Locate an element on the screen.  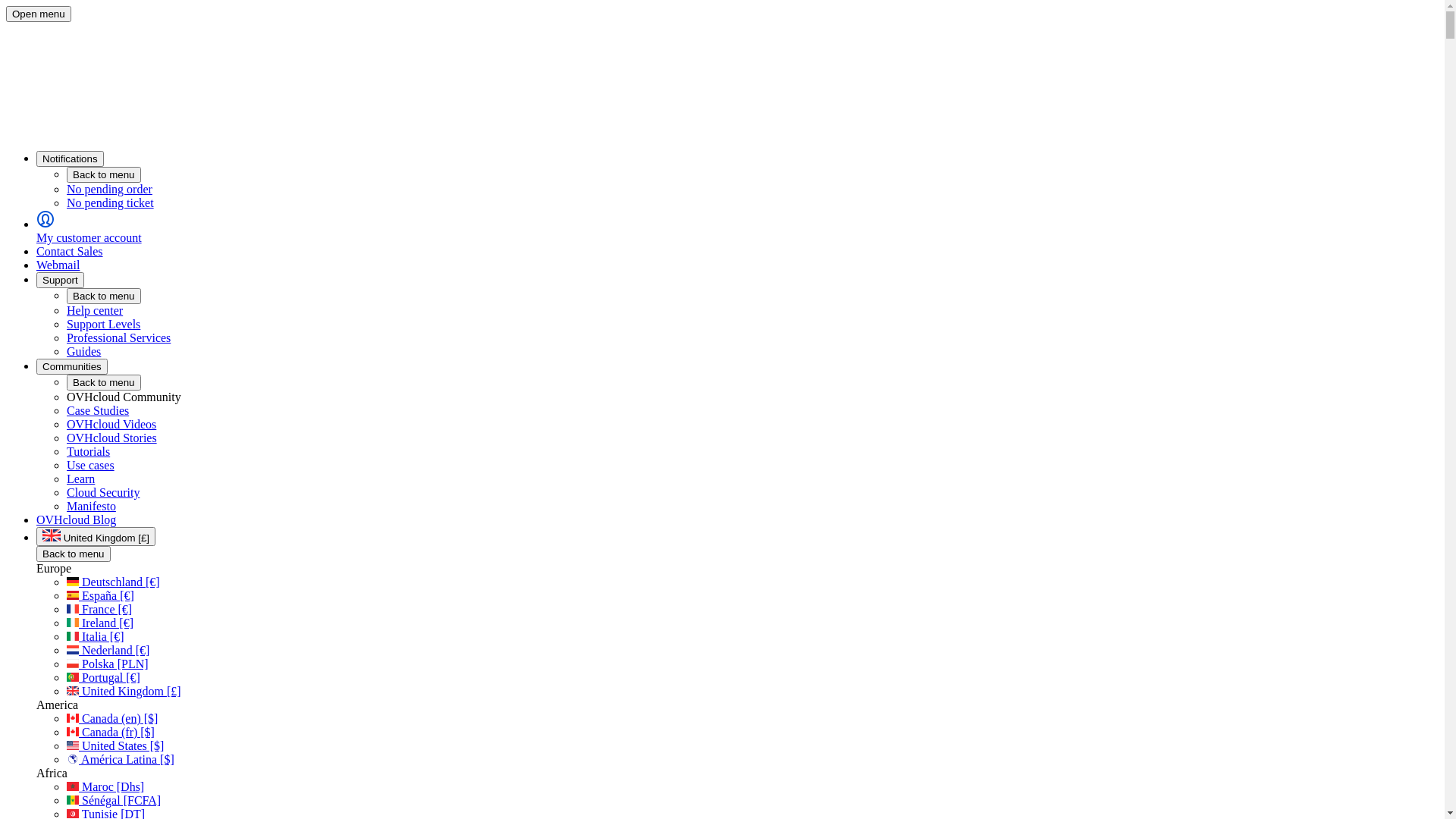
'Canada (fr) [$]' is located at coordinates (109, 731).